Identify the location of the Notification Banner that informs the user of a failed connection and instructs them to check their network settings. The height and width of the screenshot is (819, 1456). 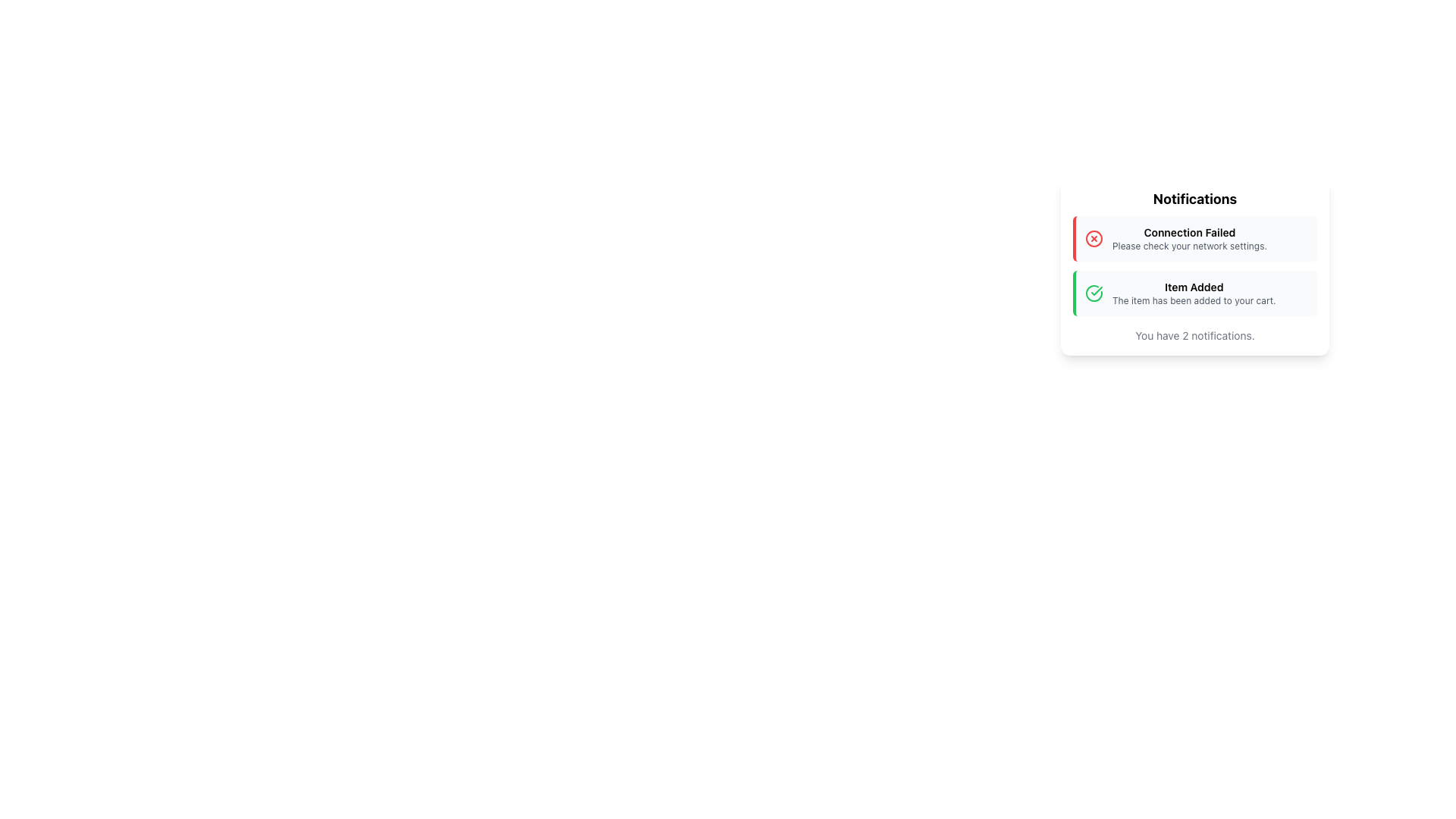
(1194, 239).